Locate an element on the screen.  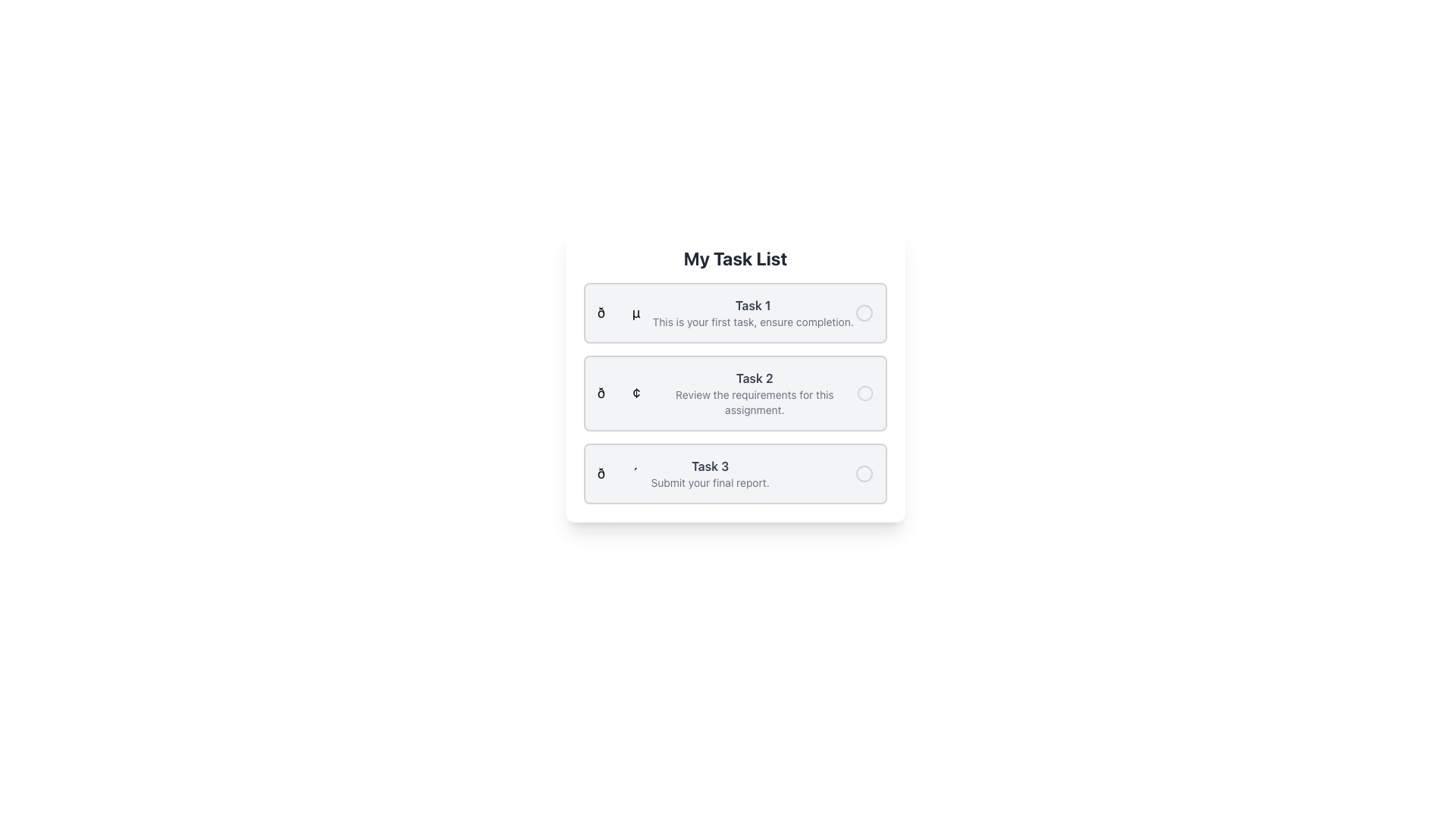
the circular icon with a white background and a visible circular outline, which is part of the task list interface, located to the right of the 'Task 3' list item is located at coordinates (864, 472).